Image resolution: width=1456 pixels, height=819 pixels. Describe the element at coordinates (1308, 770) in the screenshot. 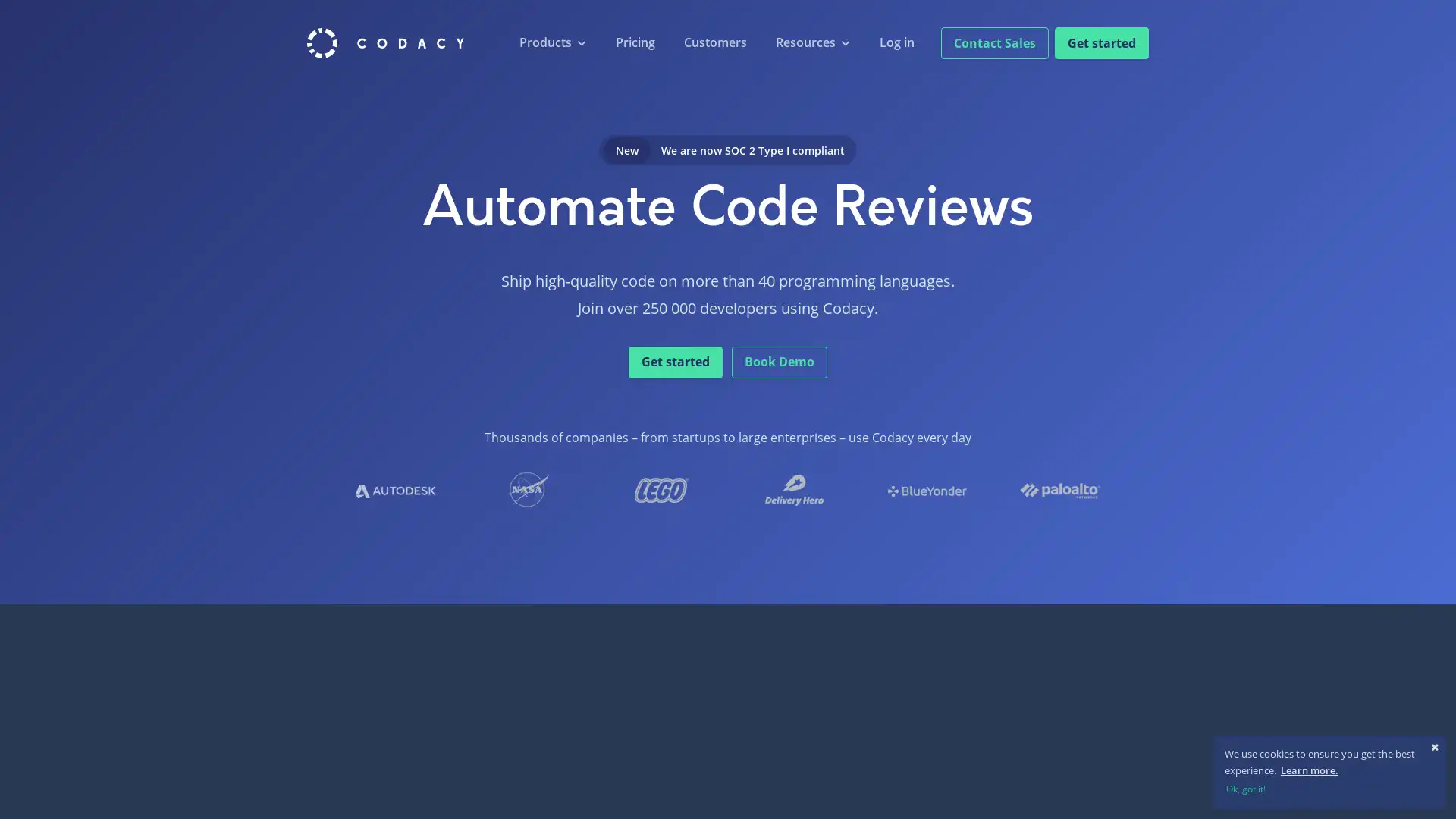

I see `learn more about cookies` at that location.